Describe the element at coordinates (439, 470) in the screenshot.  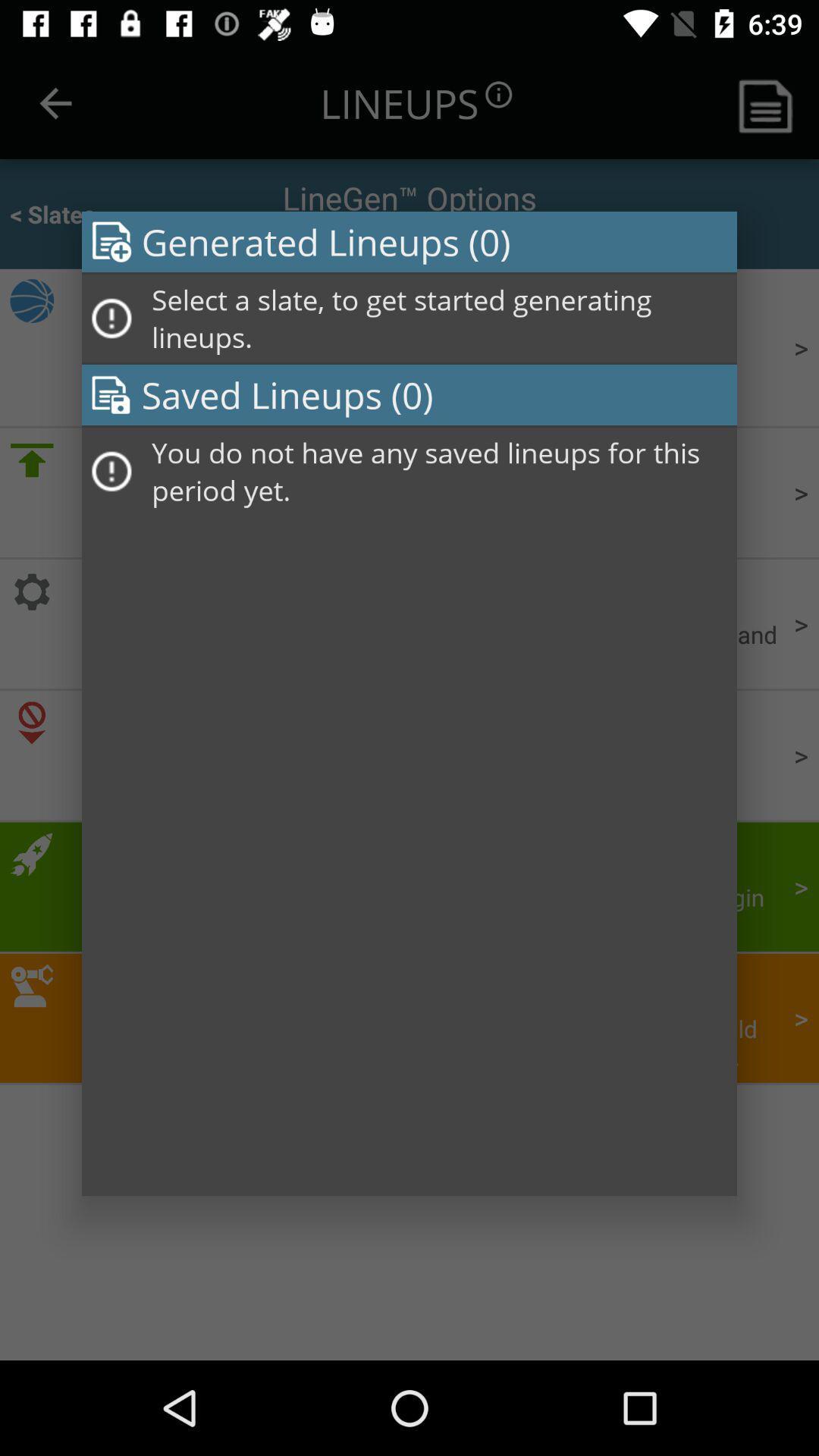
I see `the you do not item` at that location.